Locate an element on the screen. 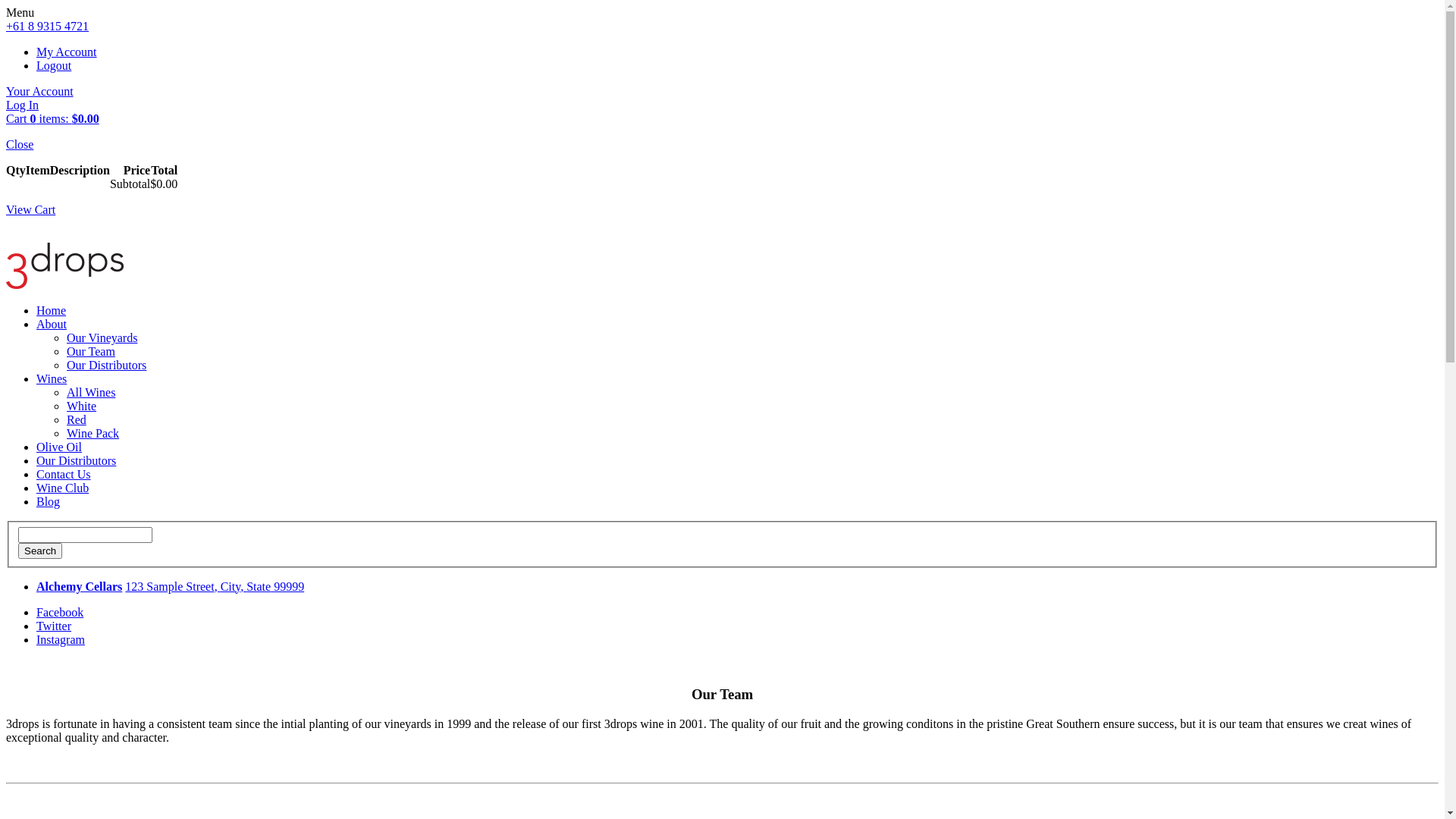 The height and width of the screenshot is (819, 1456). 'Wines' is located at coordinates (36, 378).